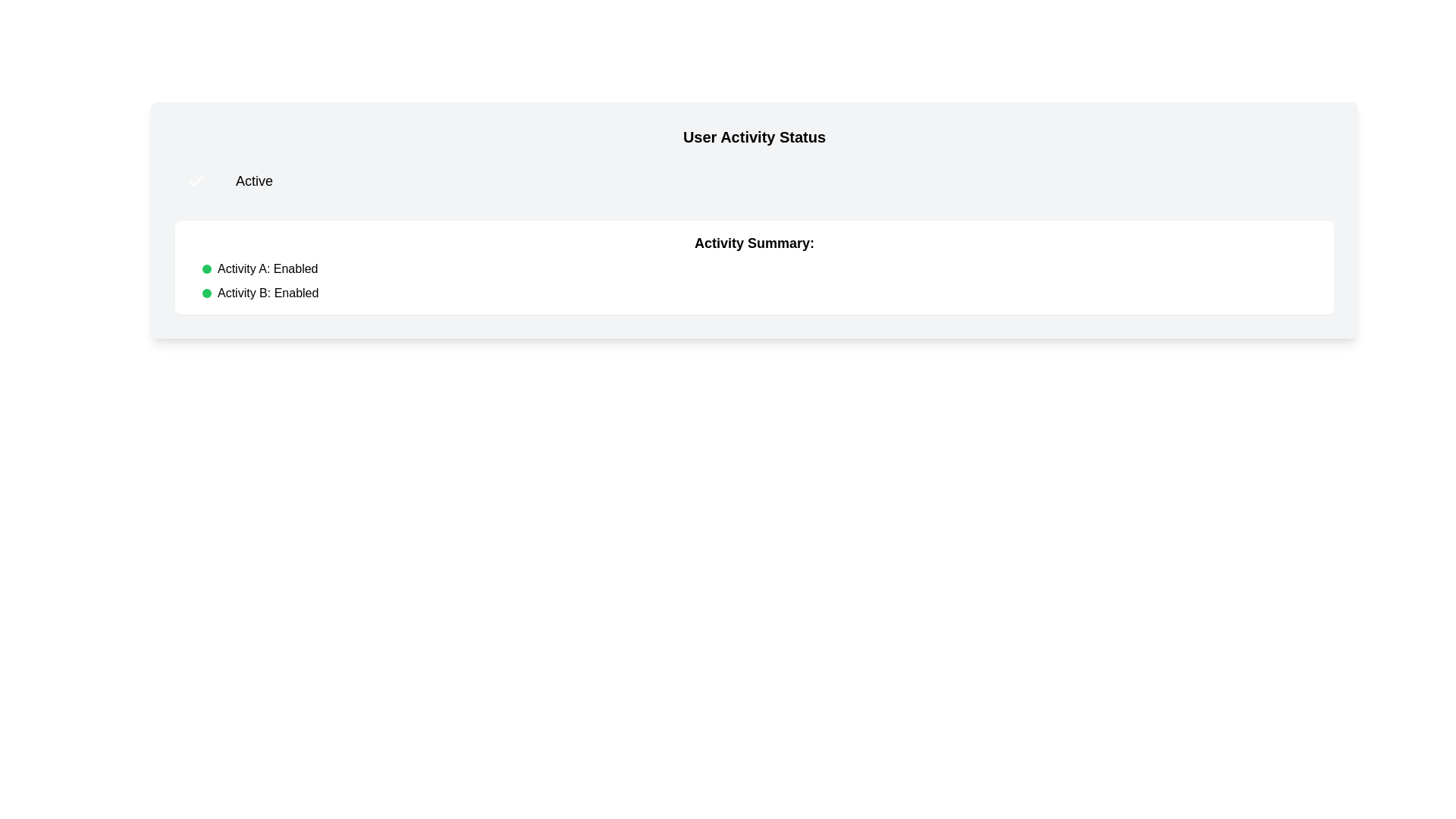 The width and height of the screenshot is (1456, 819). Describe the element at coordinates (206, 293) in the screenshot. I see `the Status Indicator that visually conveys the status of Activity B as 'Enabled' through its green color, positioned next to the text 'Activity B: Enabled'` at that location.